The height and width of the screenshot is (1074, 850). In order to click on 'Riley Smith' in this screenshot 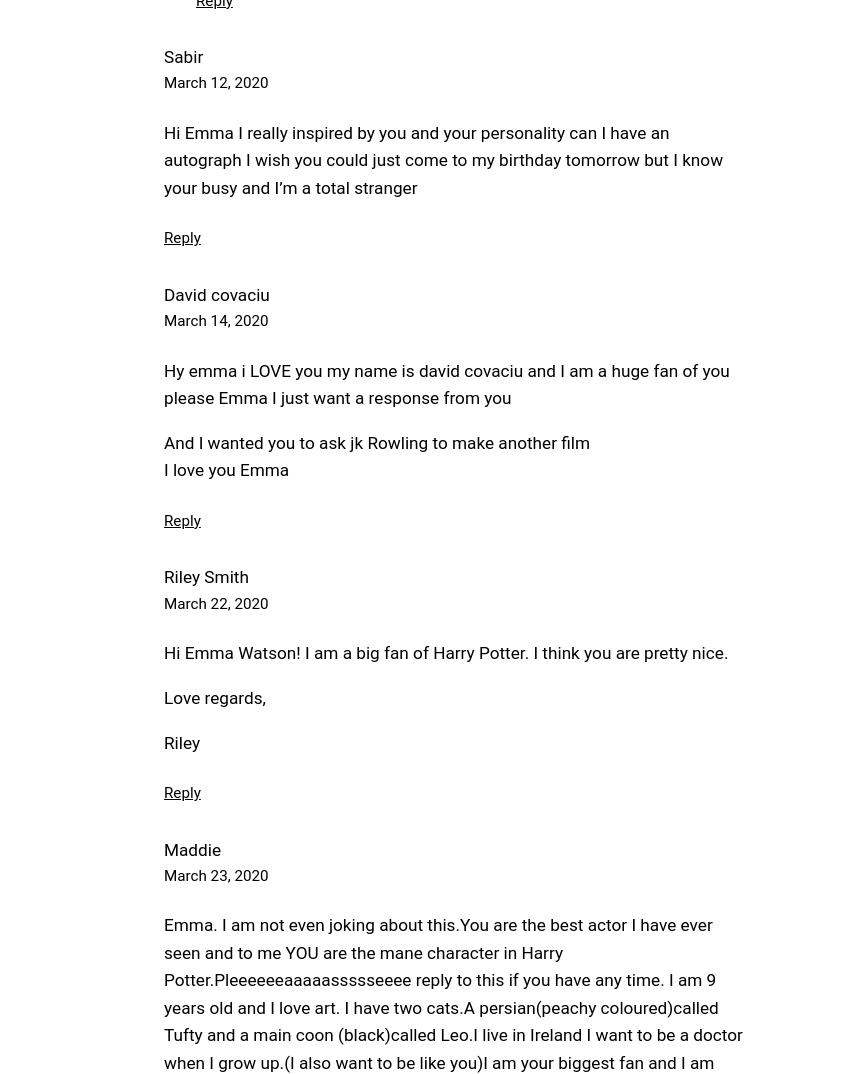, I will do `click(205, 575)`.